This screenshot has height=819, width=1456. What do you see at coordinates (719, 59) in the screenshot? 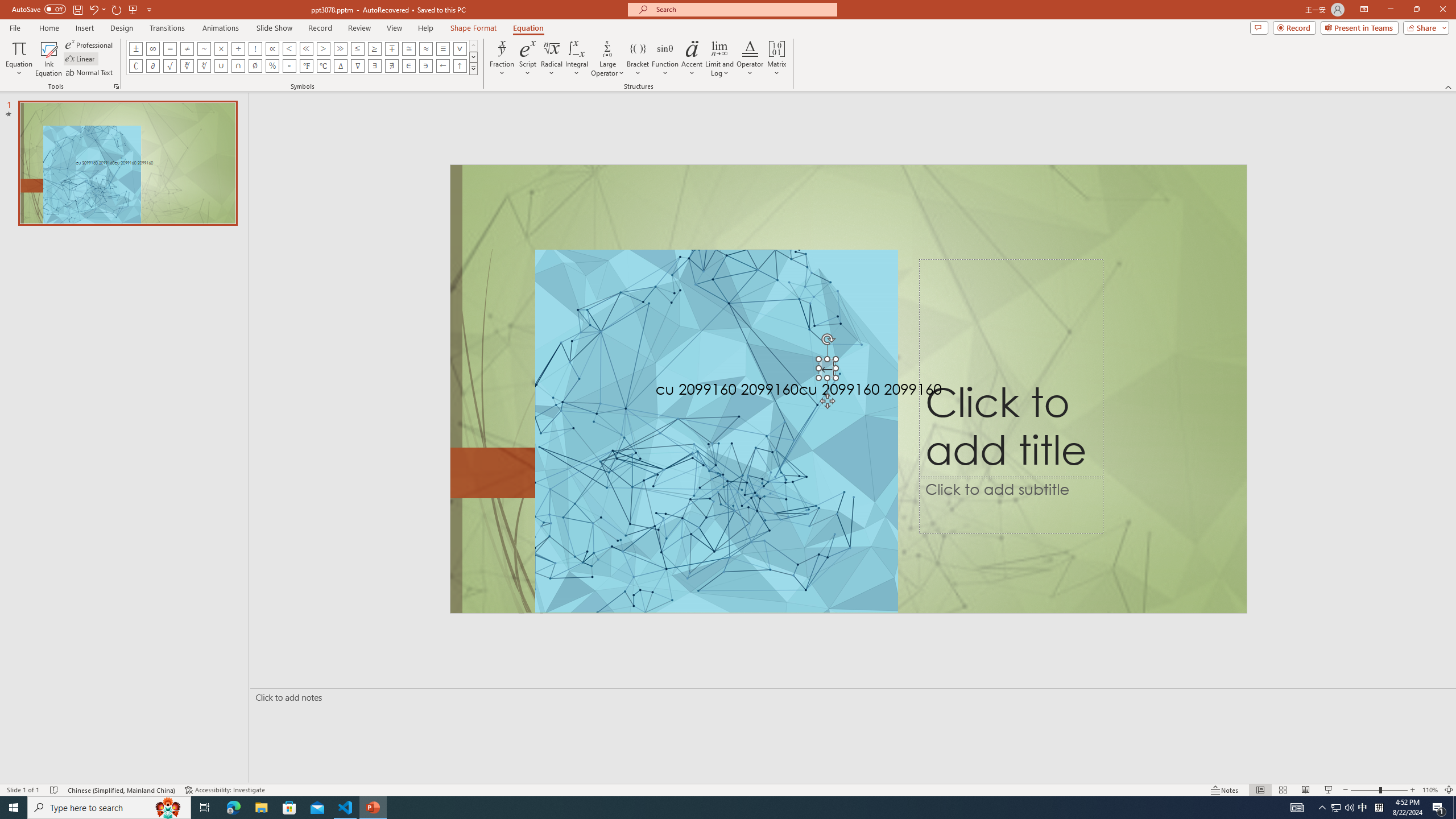
I see `'Limit and Log'` at bounding box center [719, 59].